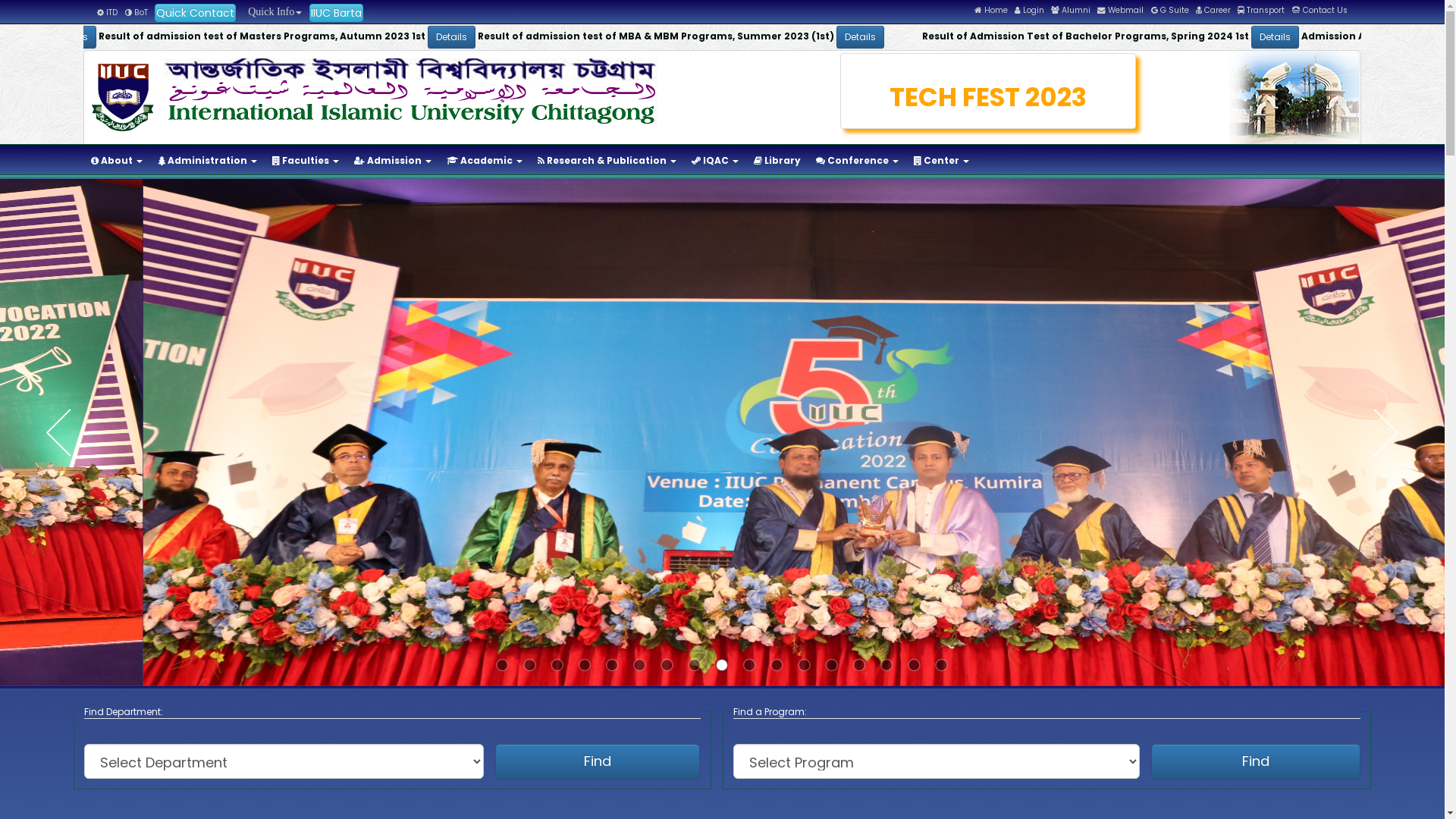 This screenshot has height=819, width=1456. Describe the element at coordinates (1120, 10) in the screenshot. I see `'Webmail'` at that location.